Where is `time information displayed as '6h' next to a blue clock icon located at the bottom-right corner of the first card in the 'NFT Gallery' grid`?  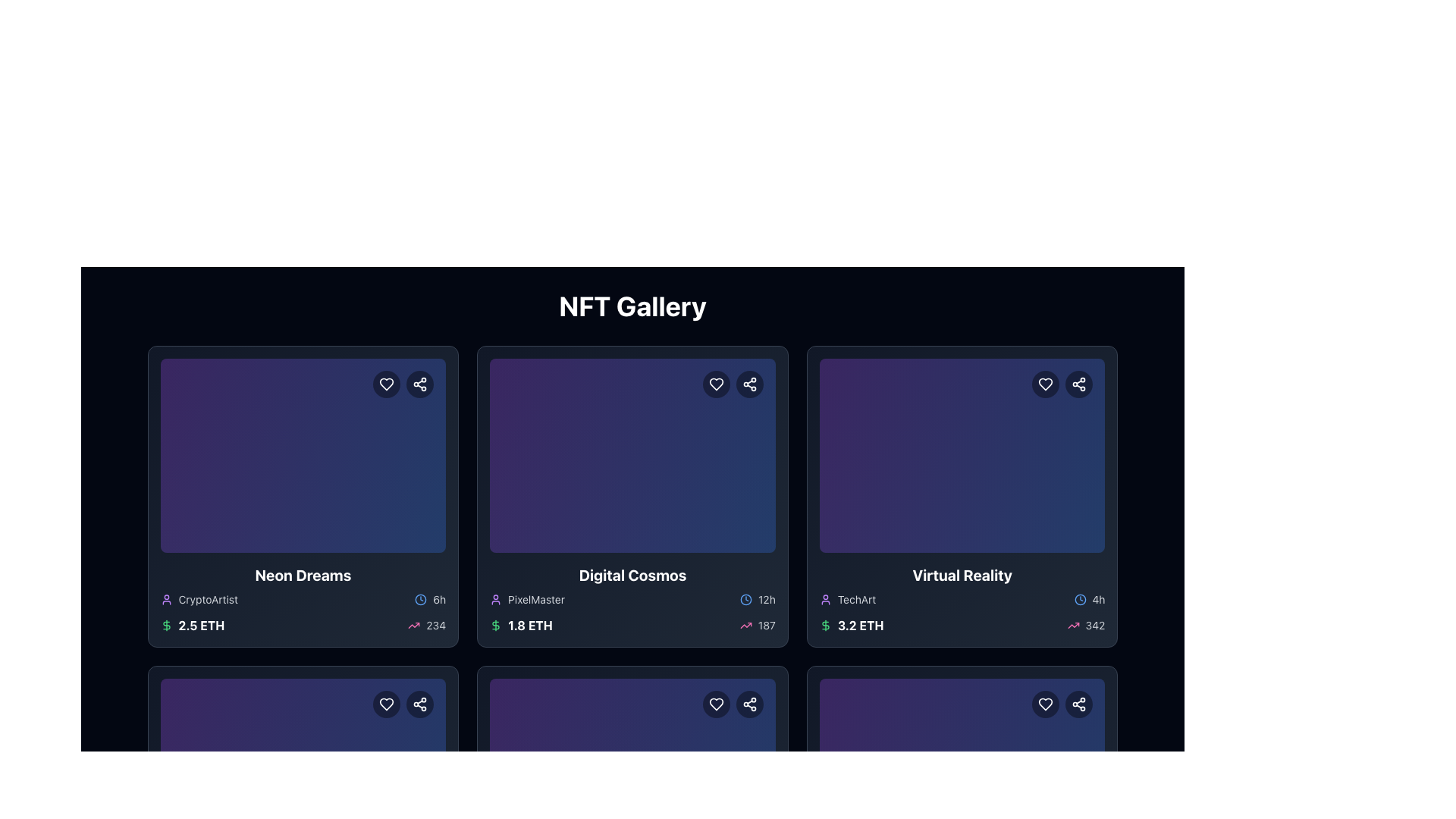 time information displayed as '6h' next to a blue clock icon located at the bottom-right corner of the first card in the 'NFT Gallery' grid is located at coordinates (429, 598).